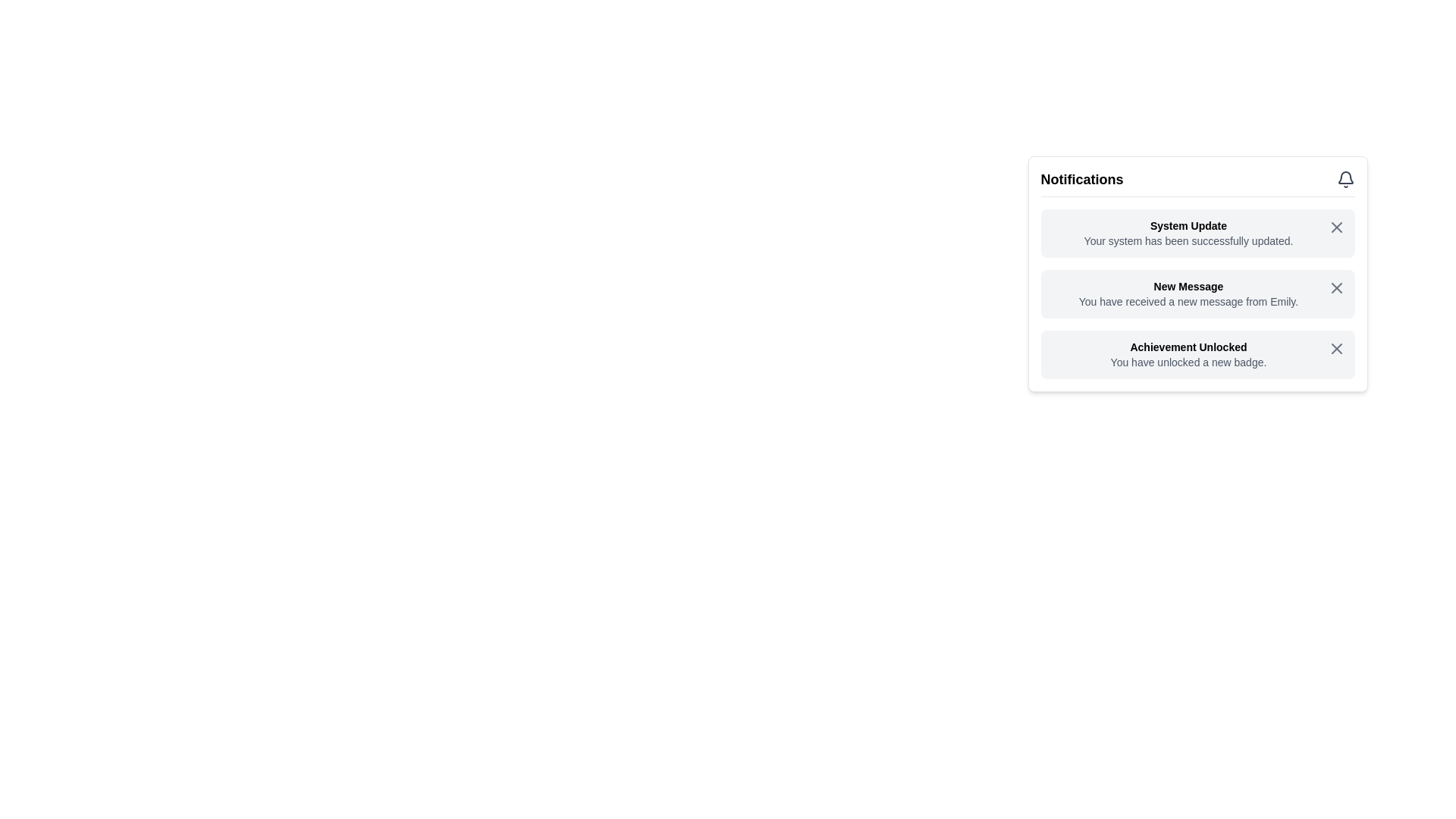  Describe the element at coordinates (1197, 294) in the screenshot. I see `the second notification card in the 'Notifications' widget` at that location.